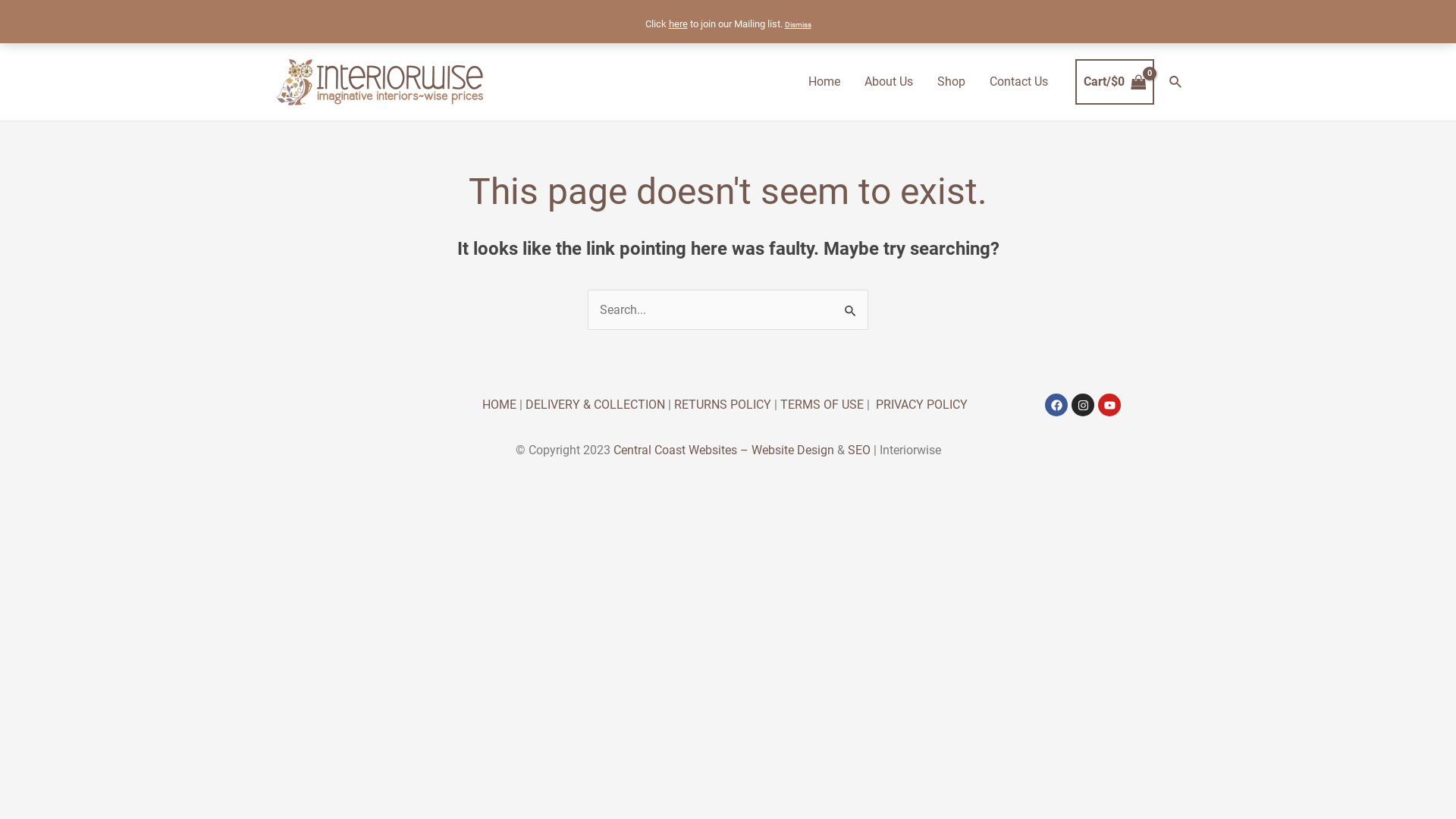 The image size is (1456, 819). Describe the element at coordinates (921, 403) in the screenshot. I see `'PRIVACY POLICY'` at that location.